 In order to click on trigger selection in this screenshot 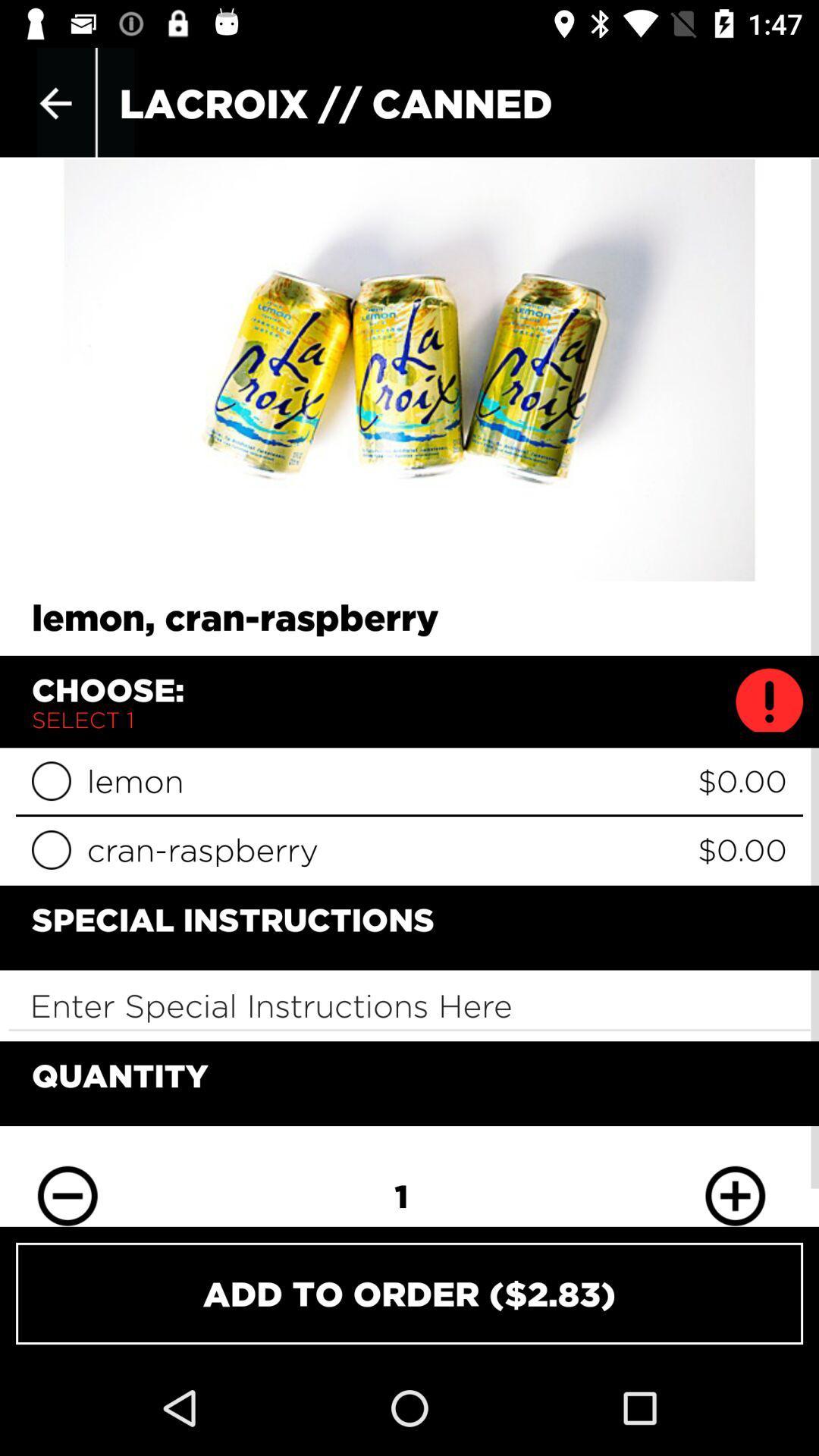, I will do `click(50, 781)`.